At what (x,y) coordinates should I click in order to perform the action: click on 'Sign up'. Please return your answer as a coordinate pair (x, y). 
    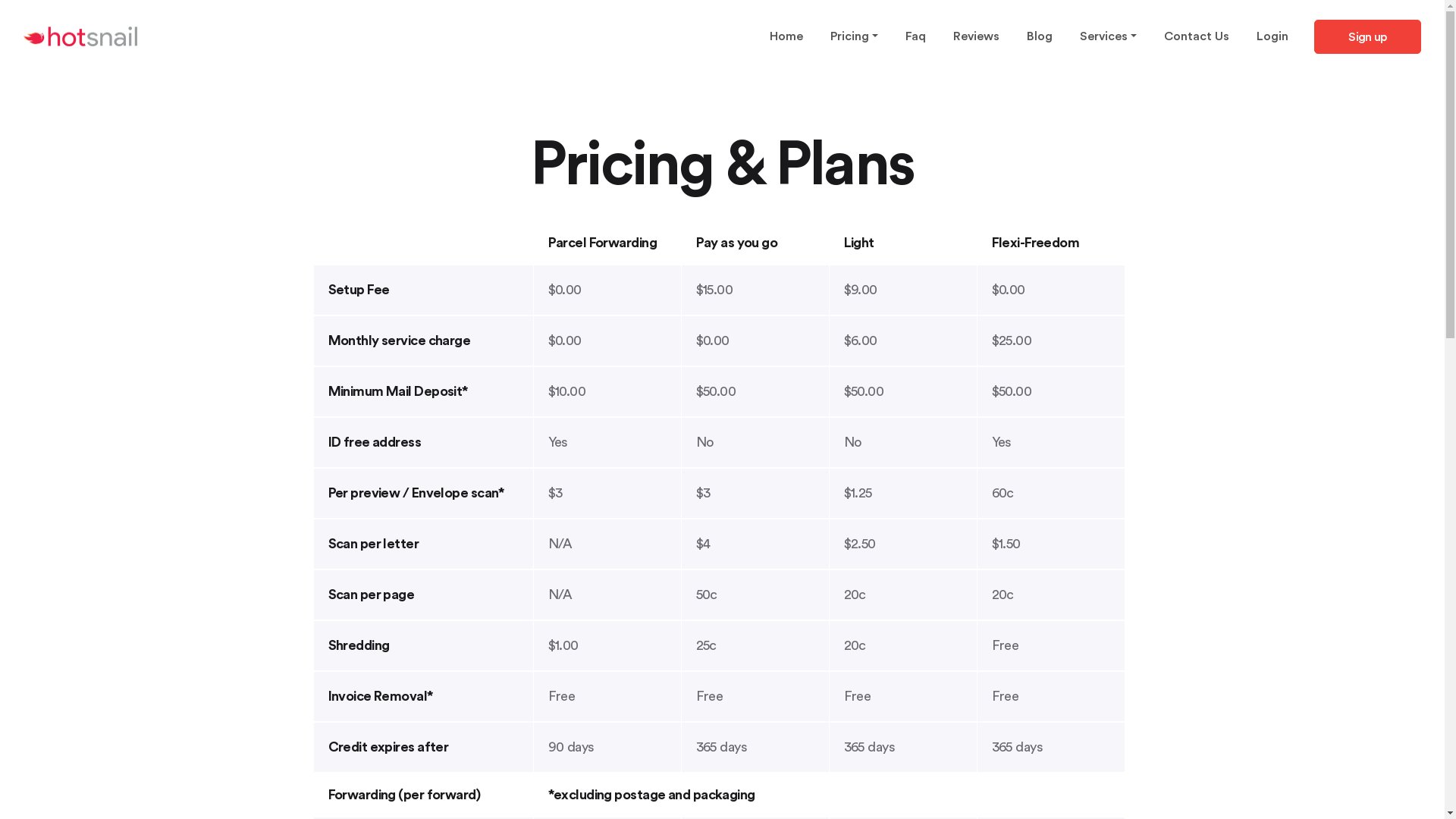
    Looking at the image, I should click on (1367, 36).